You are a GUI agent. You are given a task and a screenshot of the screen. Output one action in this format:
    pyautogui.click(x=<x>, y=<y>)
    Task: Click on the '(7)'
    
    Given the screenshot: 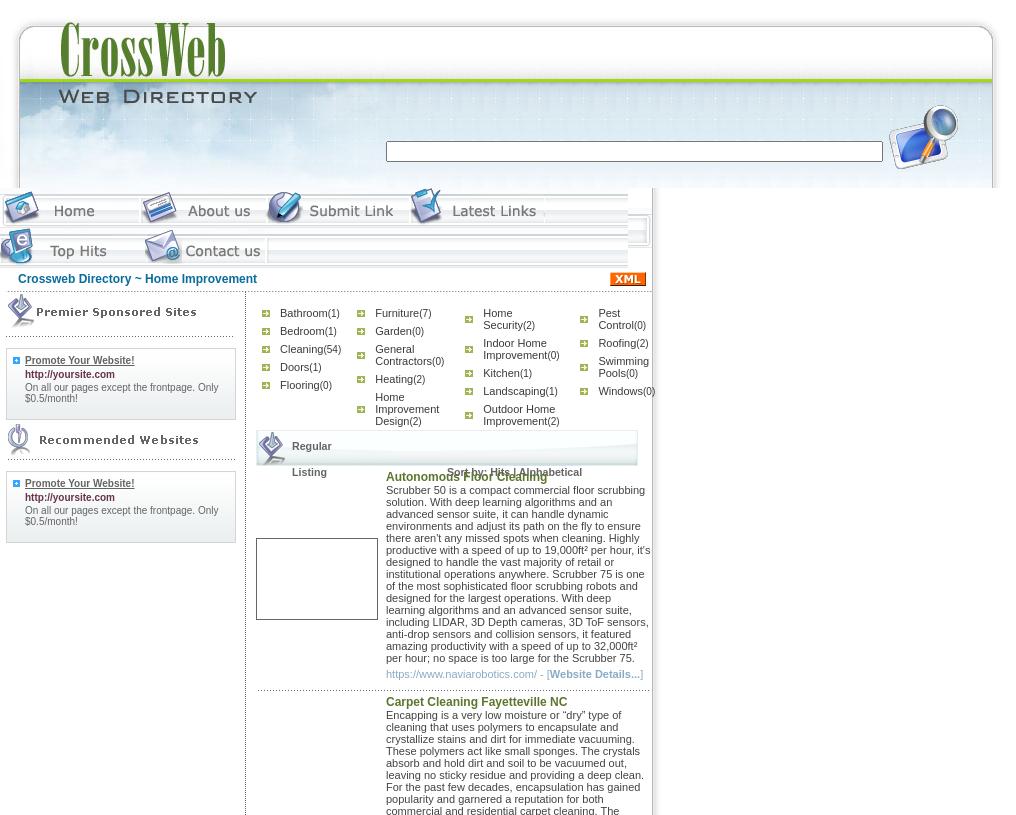 What is the action you would take?
    pyautogui.click(x=423, y=312)
    